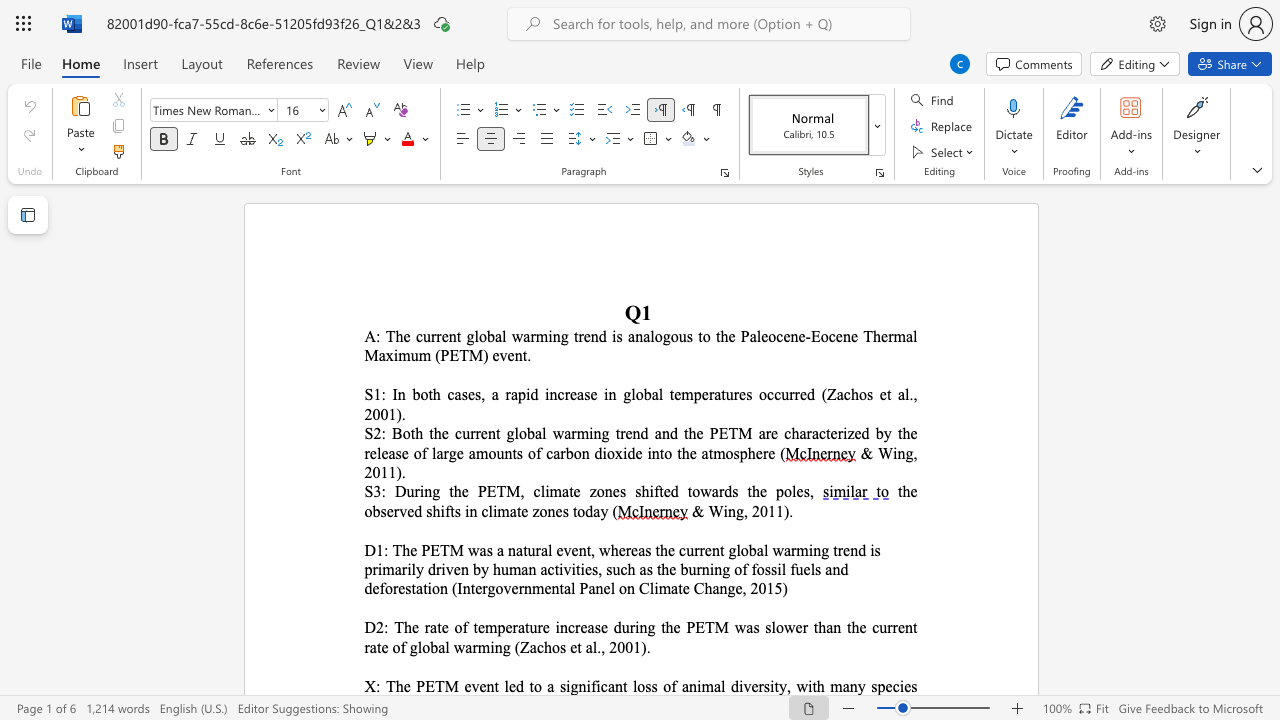  What do you see at coordinates (494, 335) in the screenshot?
I see `the space between the continuous character "b" and "a" in the text` at bounding box center [494, 335].